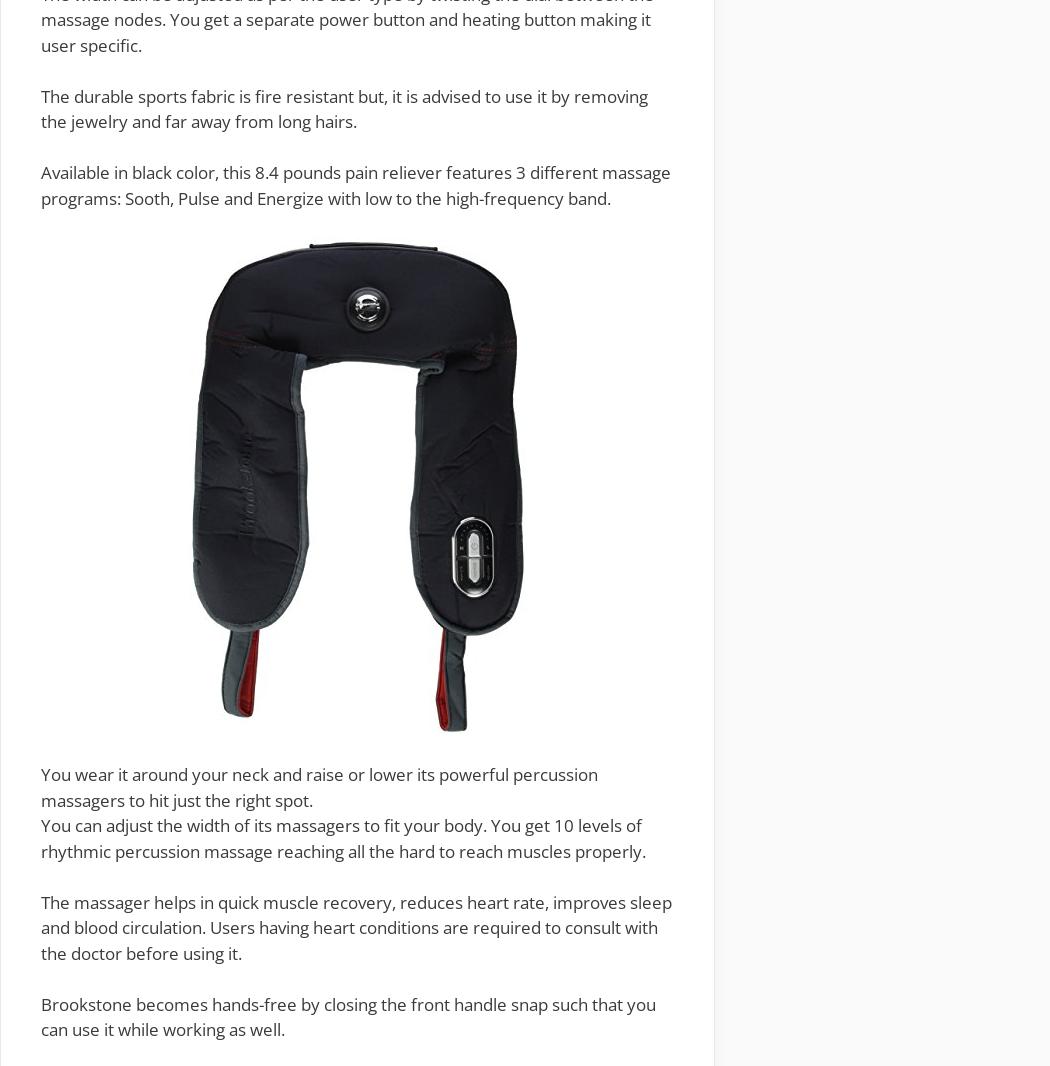 This screenshot has width=1050, height=1066. What do you see at coordinates (363, 196) in the screenshot?
I see `': Sooth, Pulse and Energize with low to the high-frequency band.'` at bounding box center [363, 196].